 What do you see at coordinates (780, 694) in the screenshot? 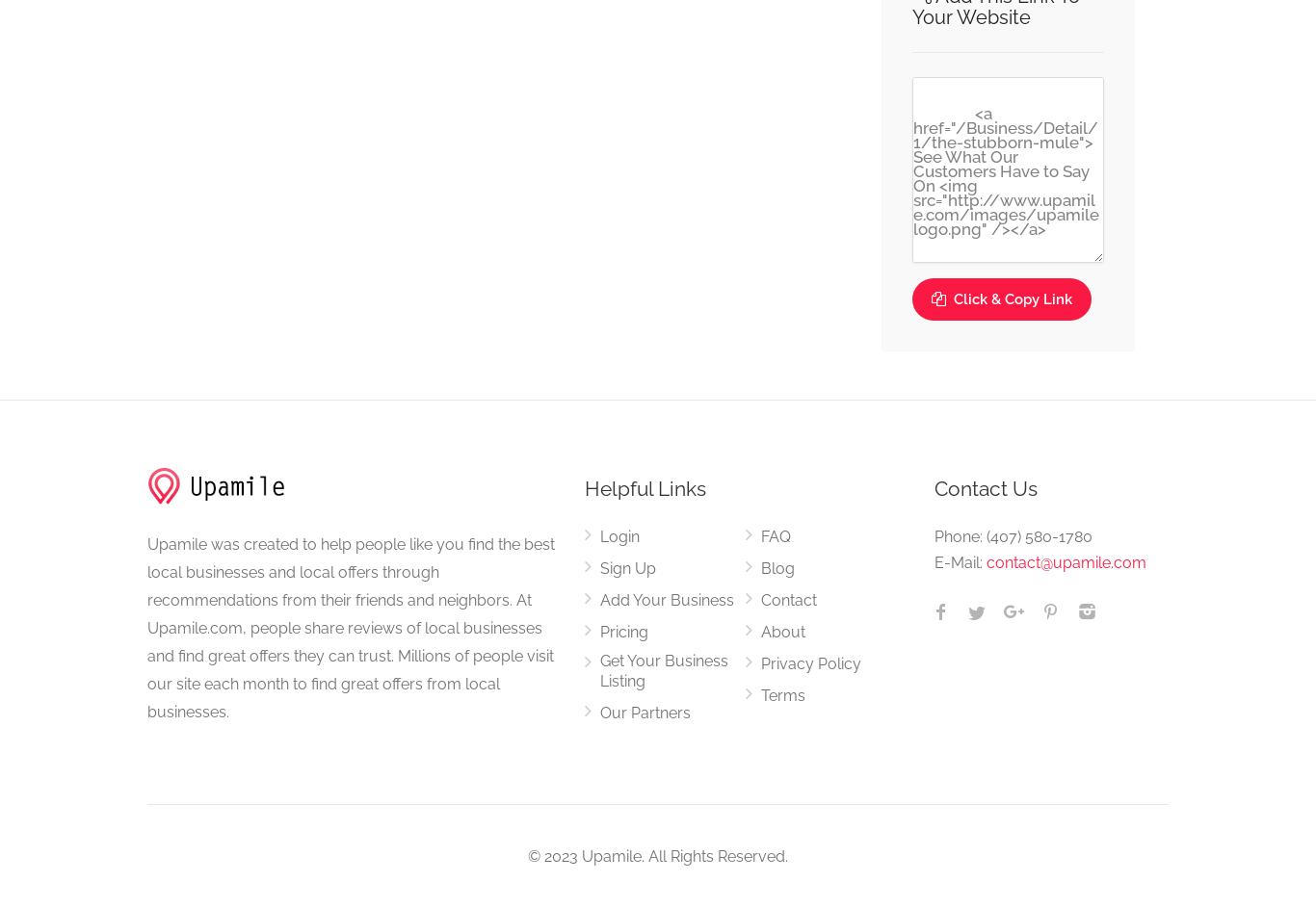
I see `'Terms'` at bounding box center [780, 694].